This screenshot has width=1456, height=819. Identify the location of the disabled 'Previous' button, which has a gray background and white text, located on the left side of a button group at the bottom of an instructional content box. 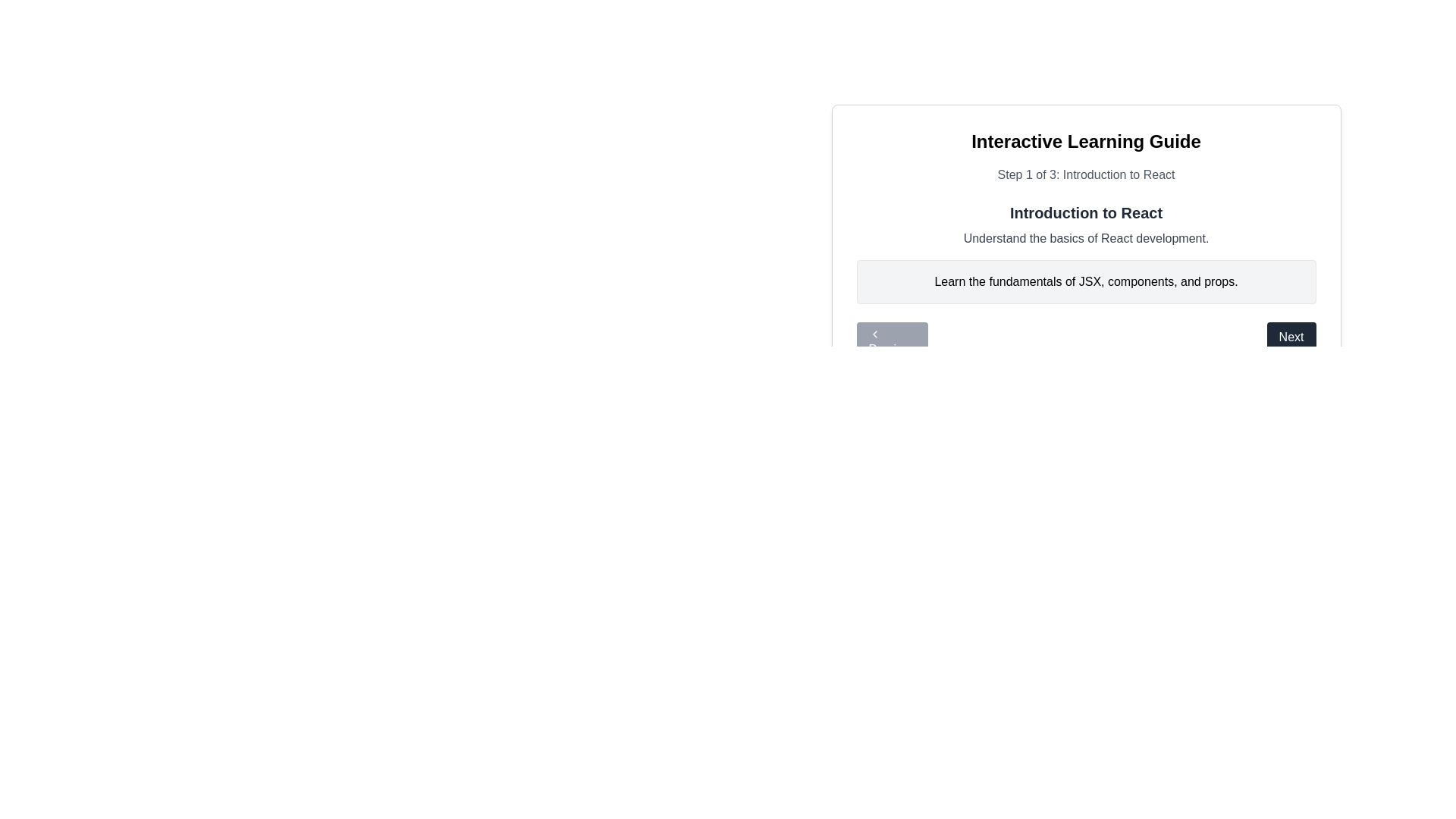
(892, 343).